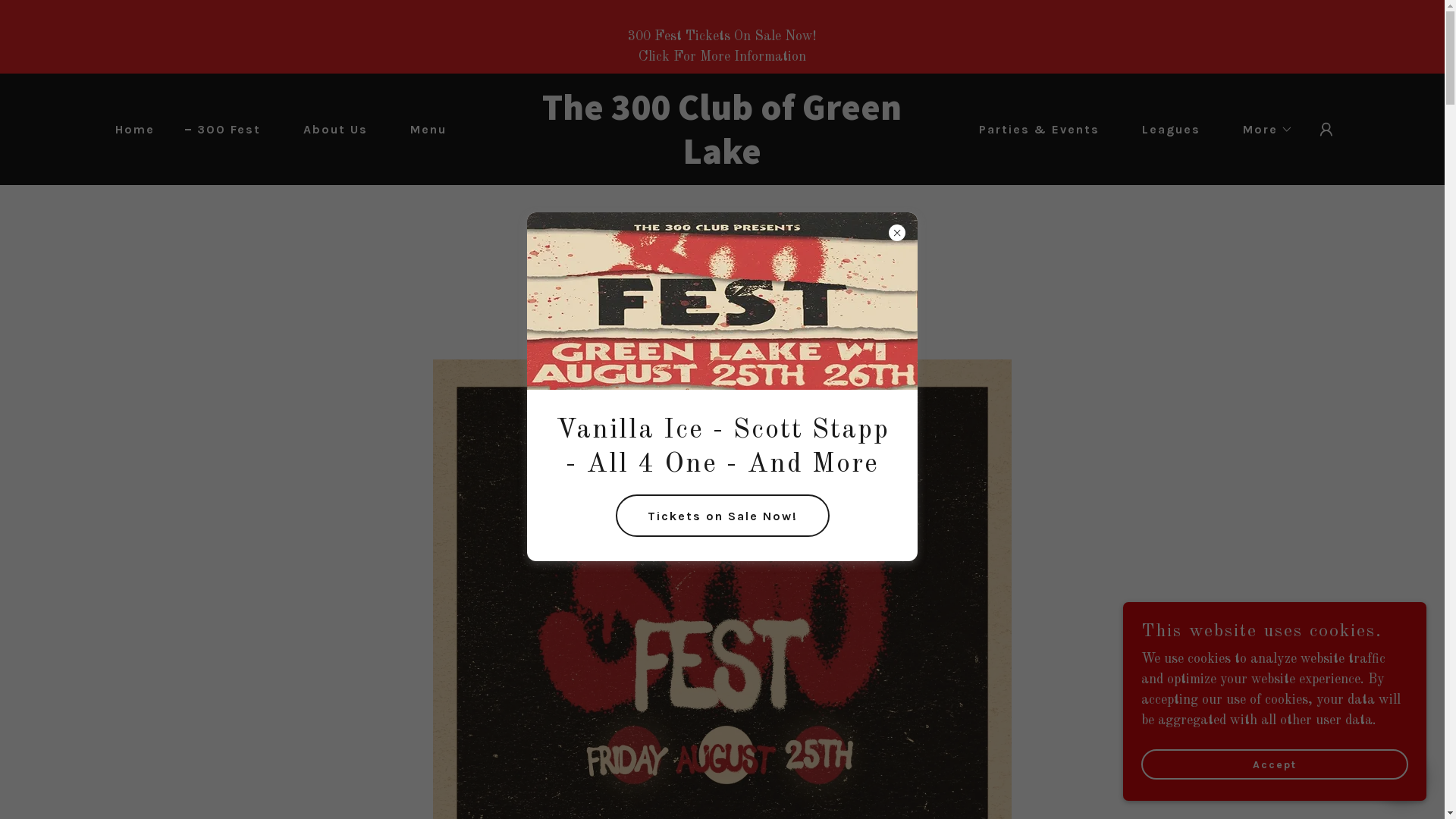  Describe the element at coordinates (328, 128) in the screenshot. I see `'About Us'` at that location.